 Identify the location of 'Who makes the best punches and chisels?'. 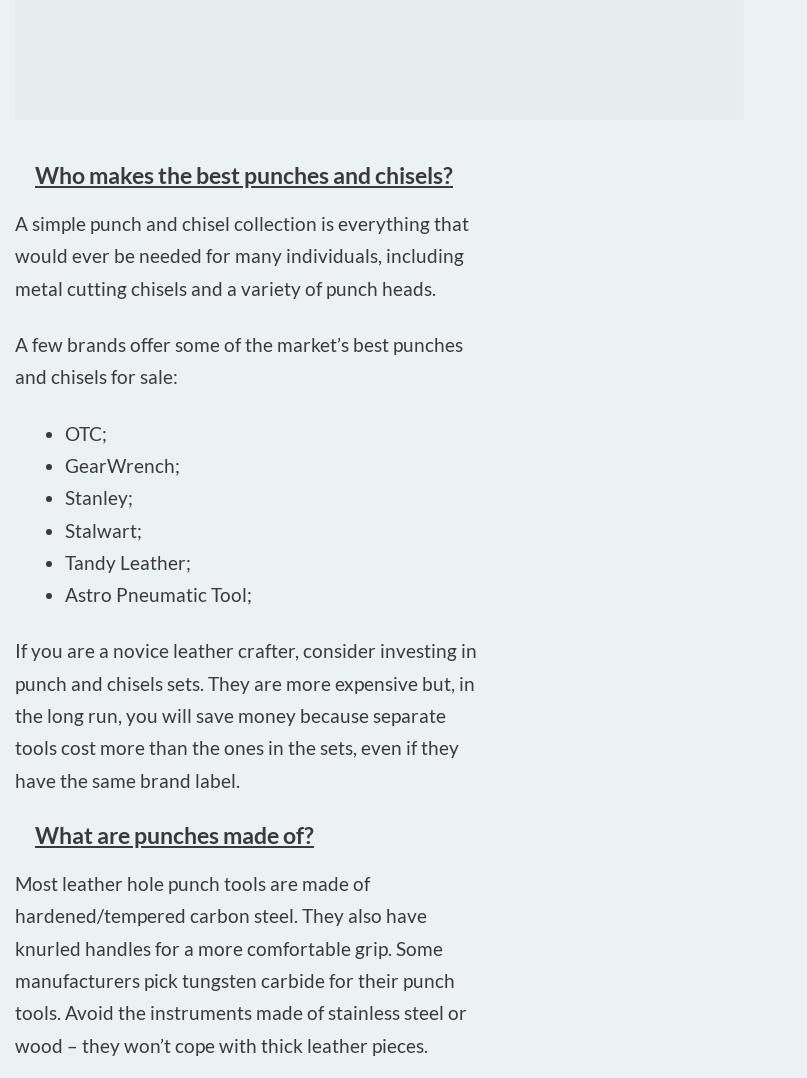
(243, 172).